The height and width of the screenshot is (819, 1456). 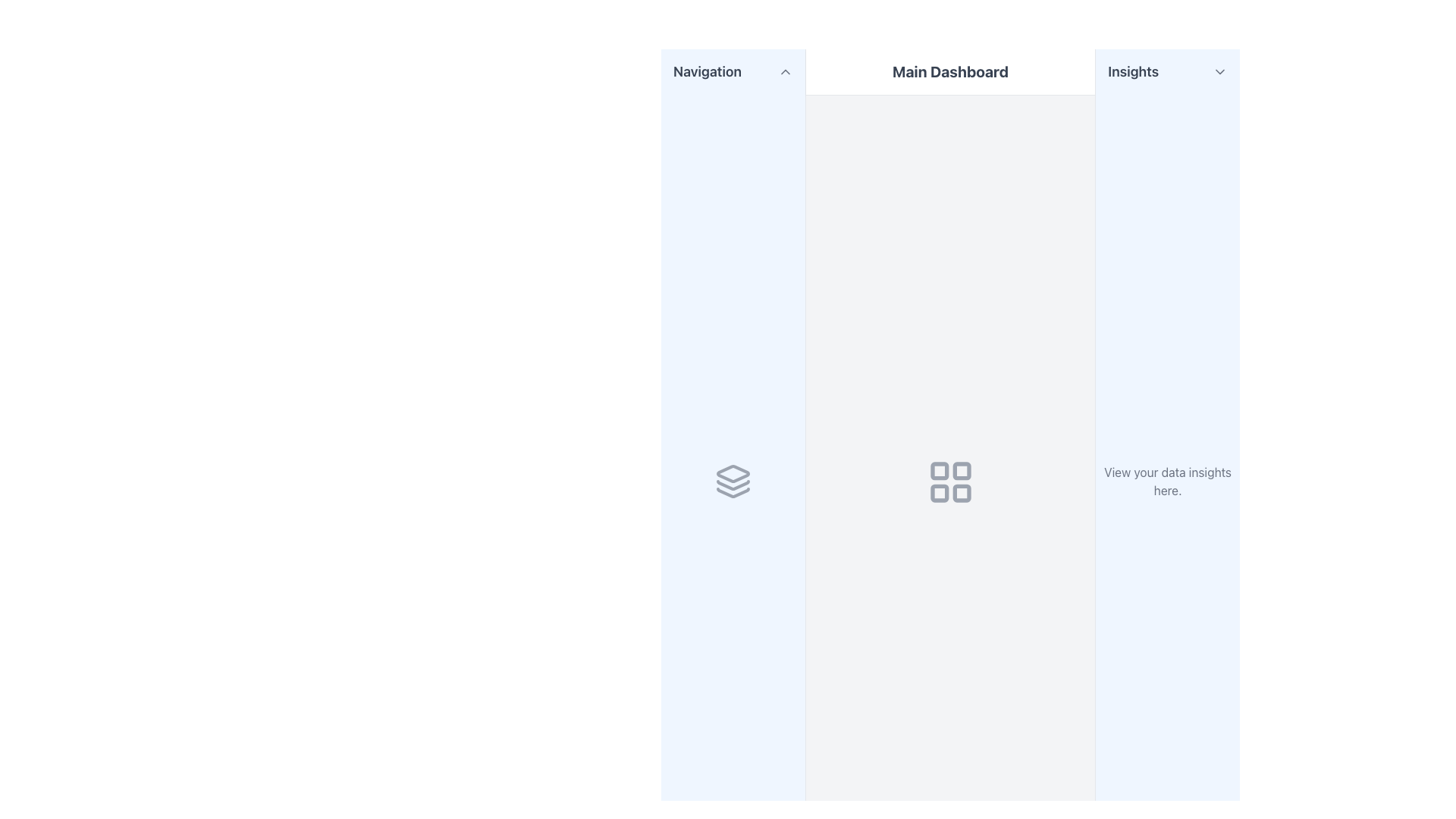 I want to click on the SVG icon representing a hierarchical or layered structure, so click(x=733, y=482).